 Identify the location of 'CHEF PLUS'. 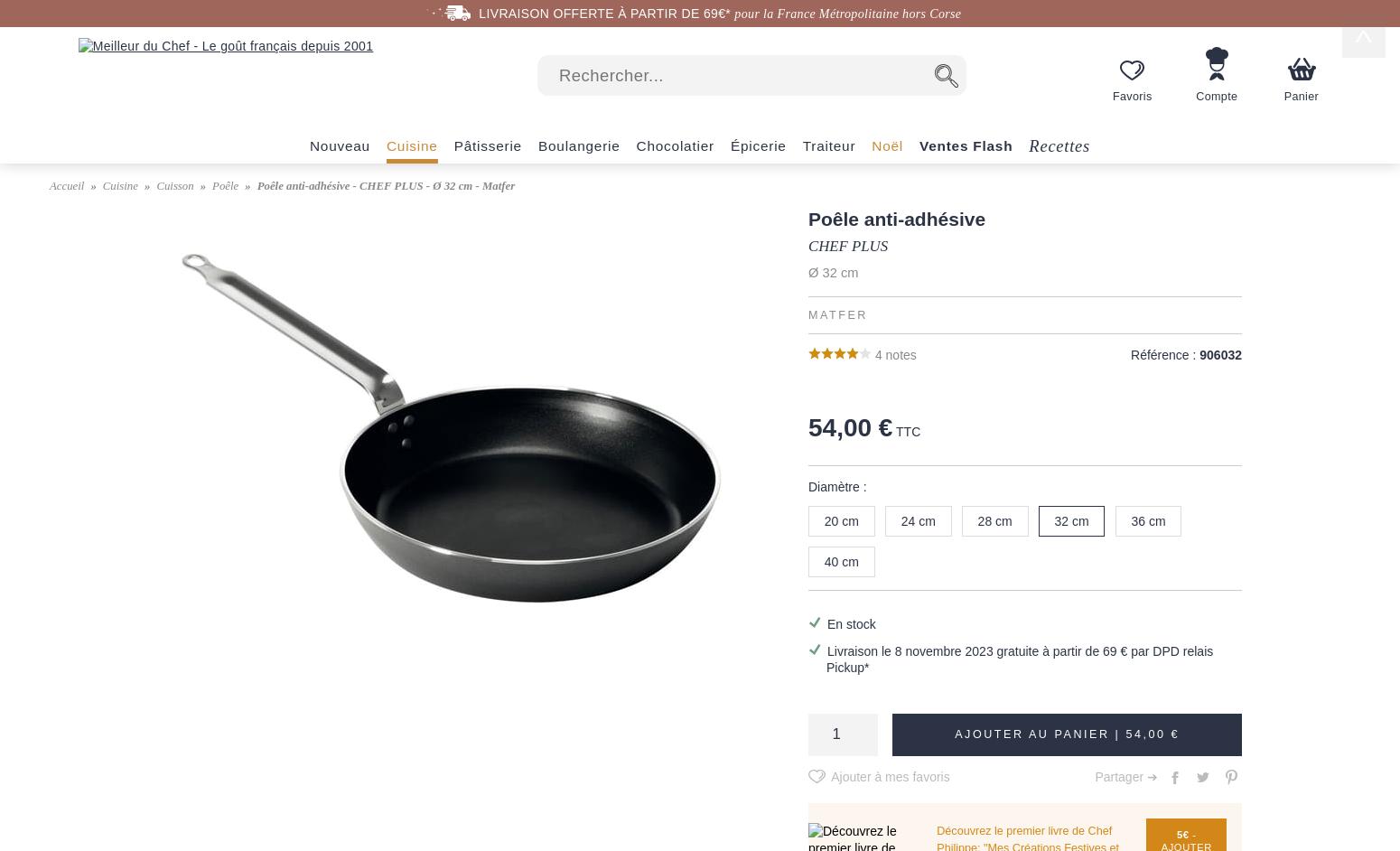
(807, 245).